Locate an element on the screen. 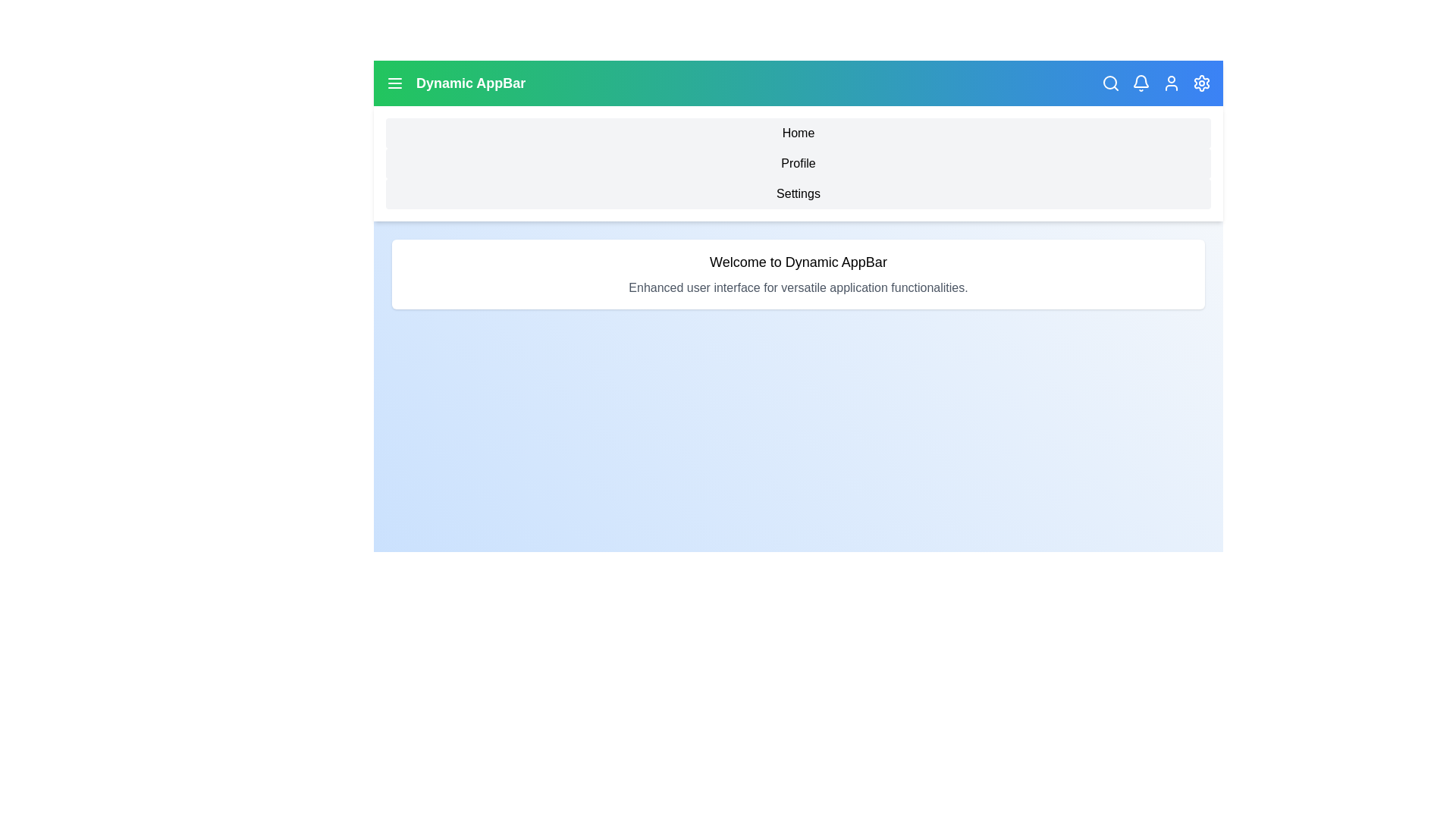  the sidebar menu item labeled Profile is located at coordinates (797, 164).